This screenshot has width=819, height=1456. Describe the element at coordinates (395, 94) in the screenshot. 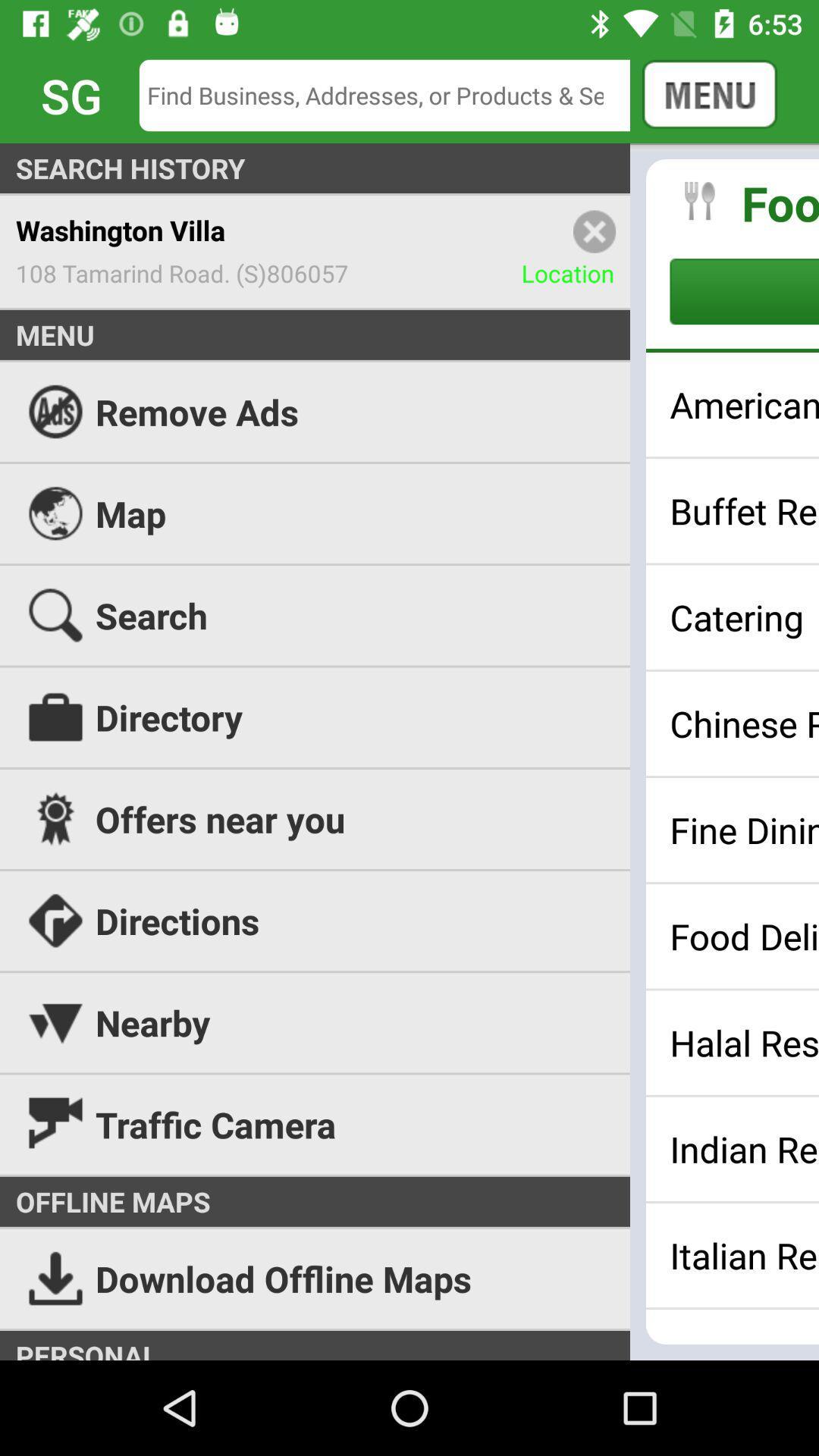

I see `search` at that location.